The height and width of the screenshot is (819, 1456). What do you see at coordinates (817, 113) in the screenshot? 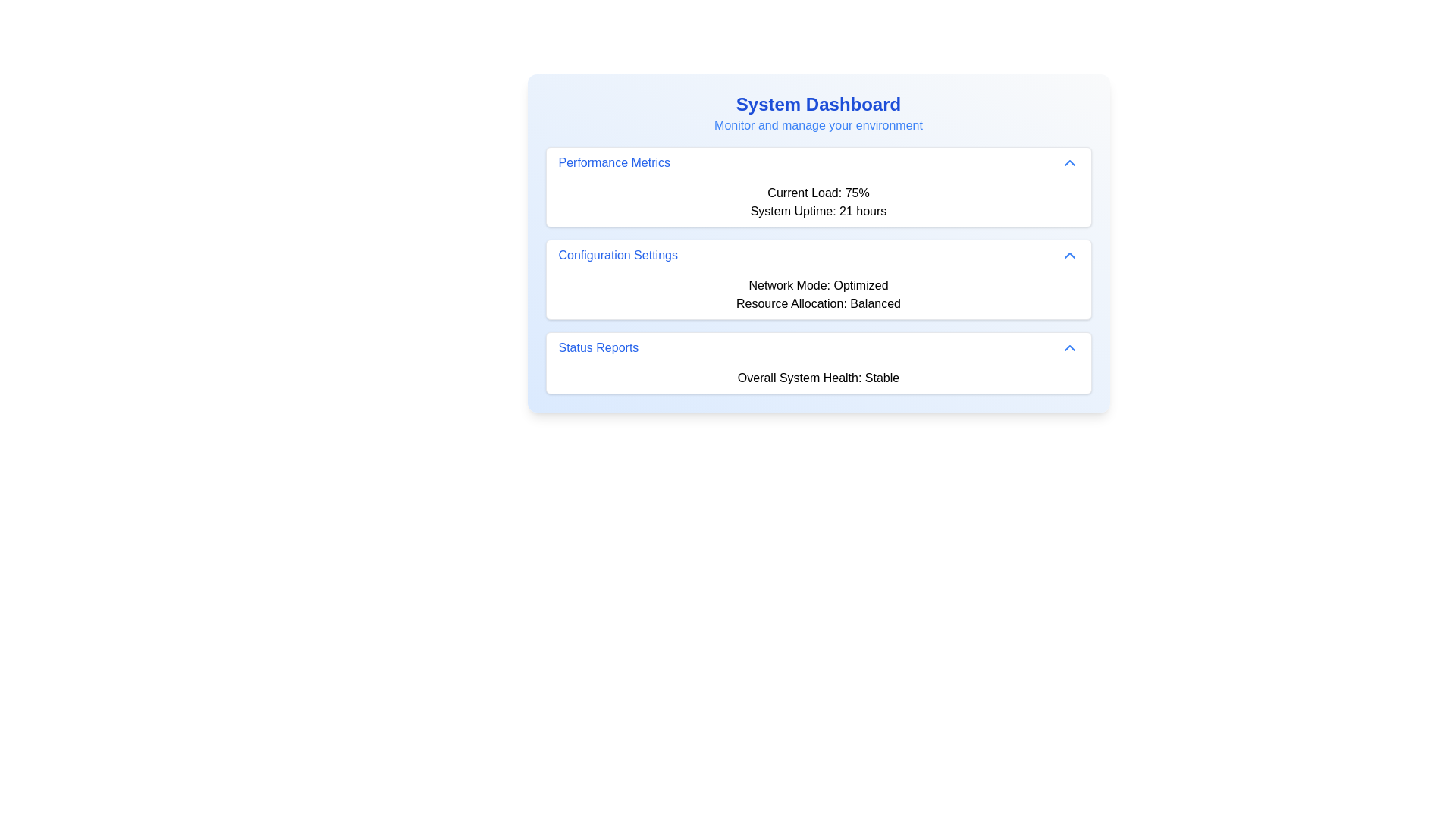
I see `the textual header of the card interface, which consists of two lines of blue text, with the first line larger and bolded, located at the top of the card above the sections 'Performance Metrics,' 'Configuration Settings,' and 'Status Reports.'` at bounding box center [817, 113].